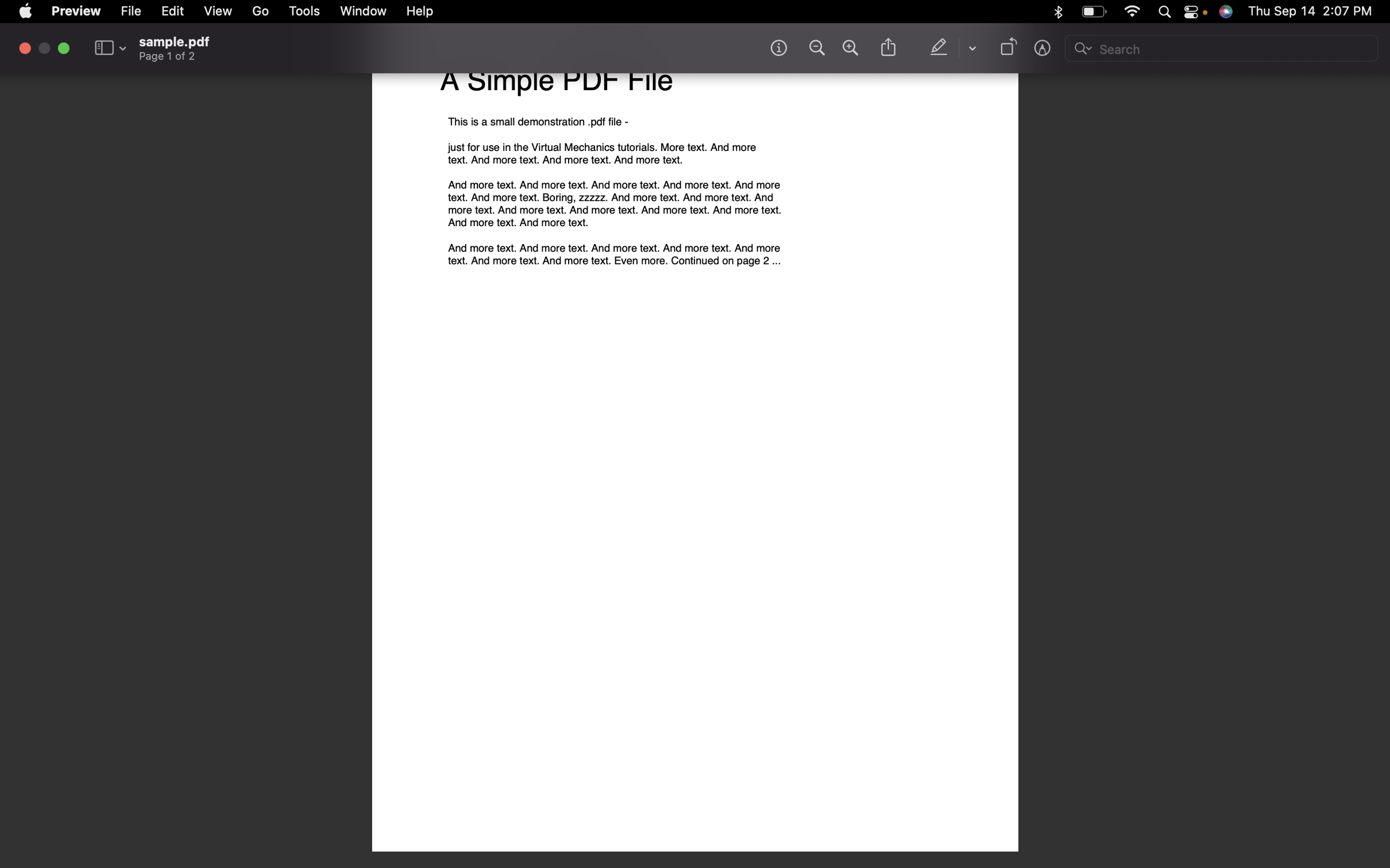 Image resolution: width=1390 pixels, height=868 pixels. What do you see at coordinates (1222, 49) in the screenshot?
I see `the search area` at bounding box center [1222, 49].